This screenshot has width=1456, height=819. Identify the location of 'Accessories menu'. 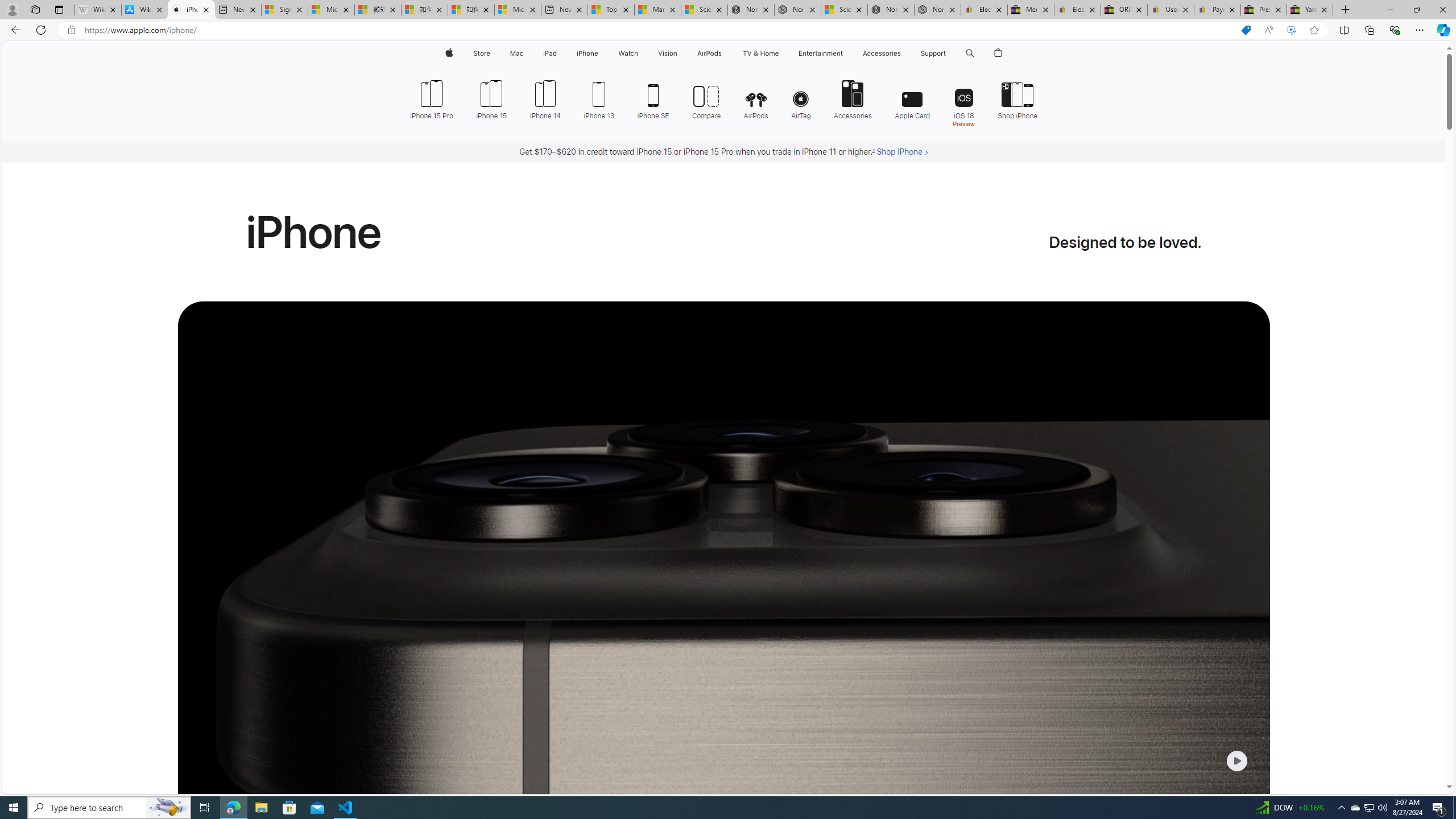
(903, 53).